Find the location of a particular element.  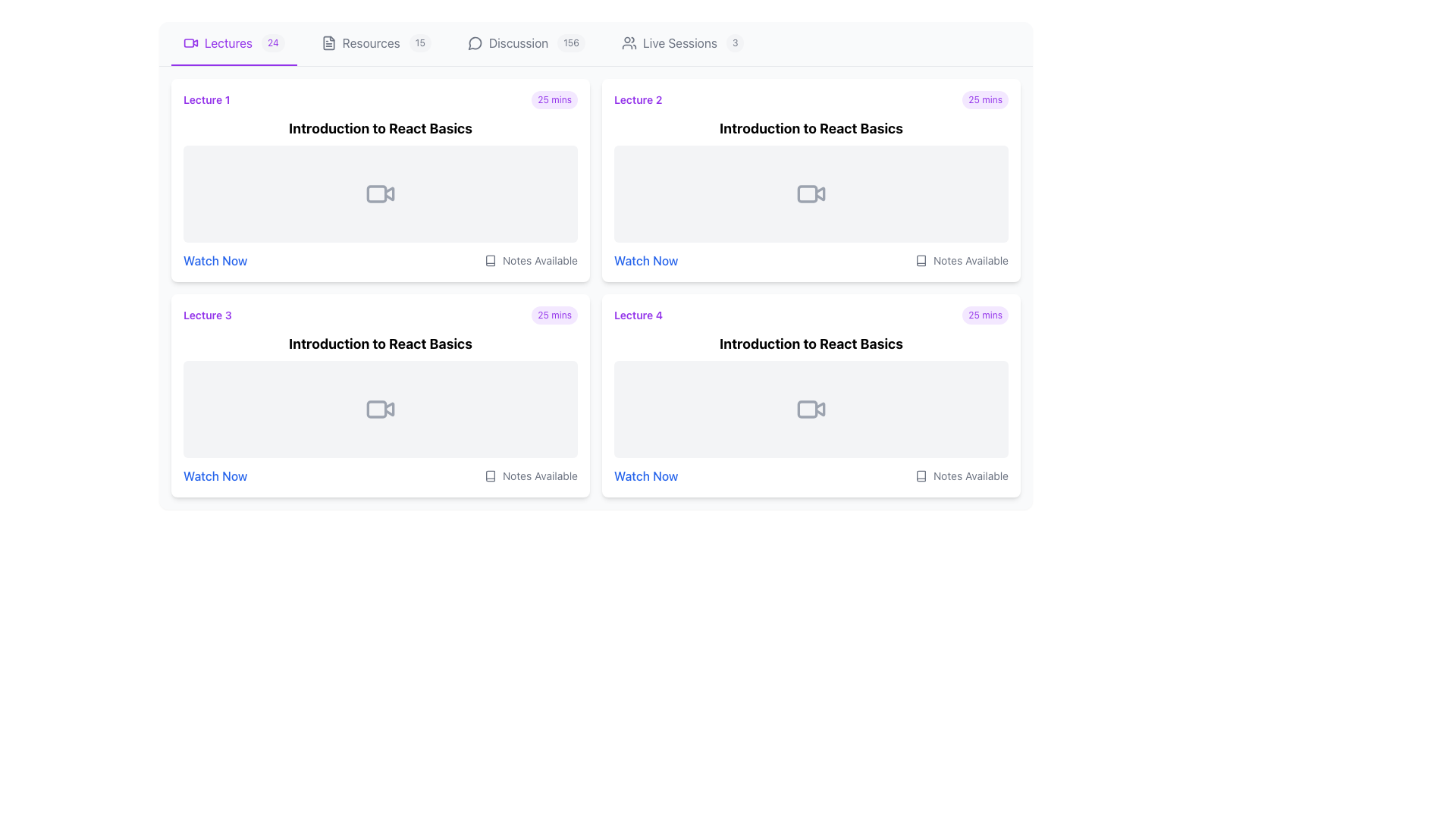

the text label reading 'Lecture 4', which is styled with a small bold purple font and located in the fourth lecture card is located at coordinates (639, 315).